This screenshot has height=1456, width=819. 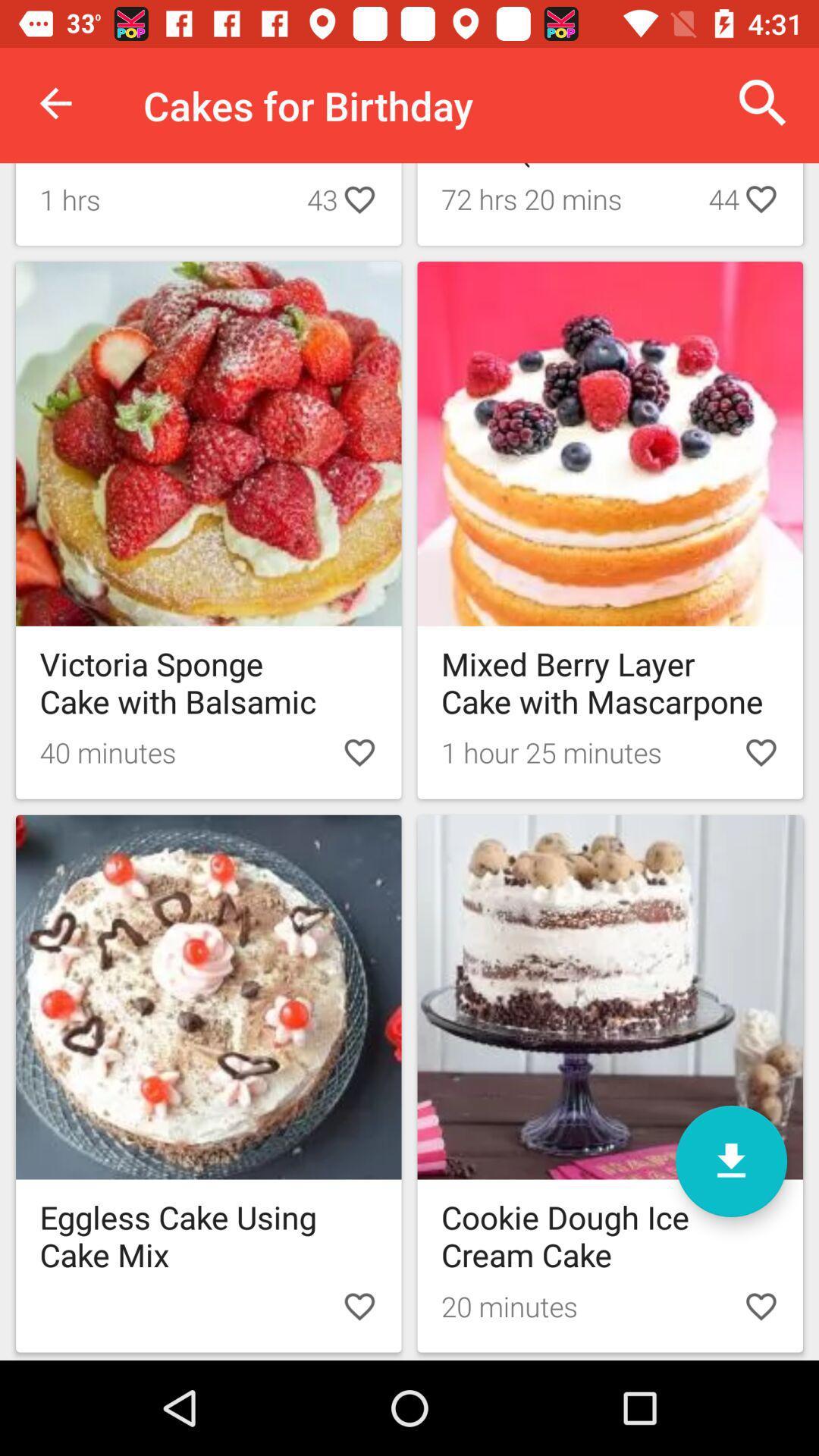 I want to click on download selected recipe, so click(x=730, y=1160).